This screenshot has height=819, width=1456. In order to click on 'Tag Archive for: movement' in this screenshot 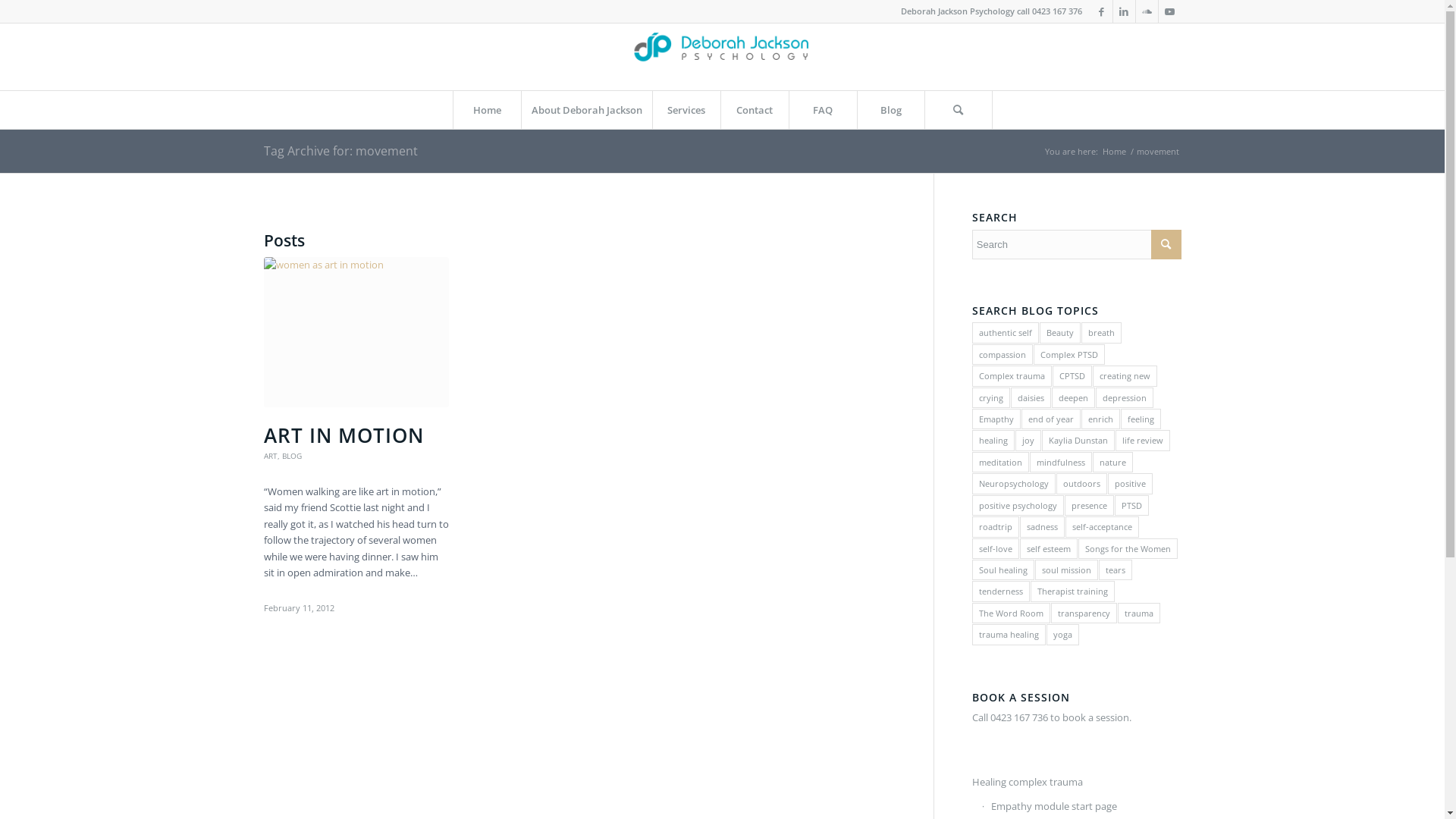, I will do `click(263, 151)`.